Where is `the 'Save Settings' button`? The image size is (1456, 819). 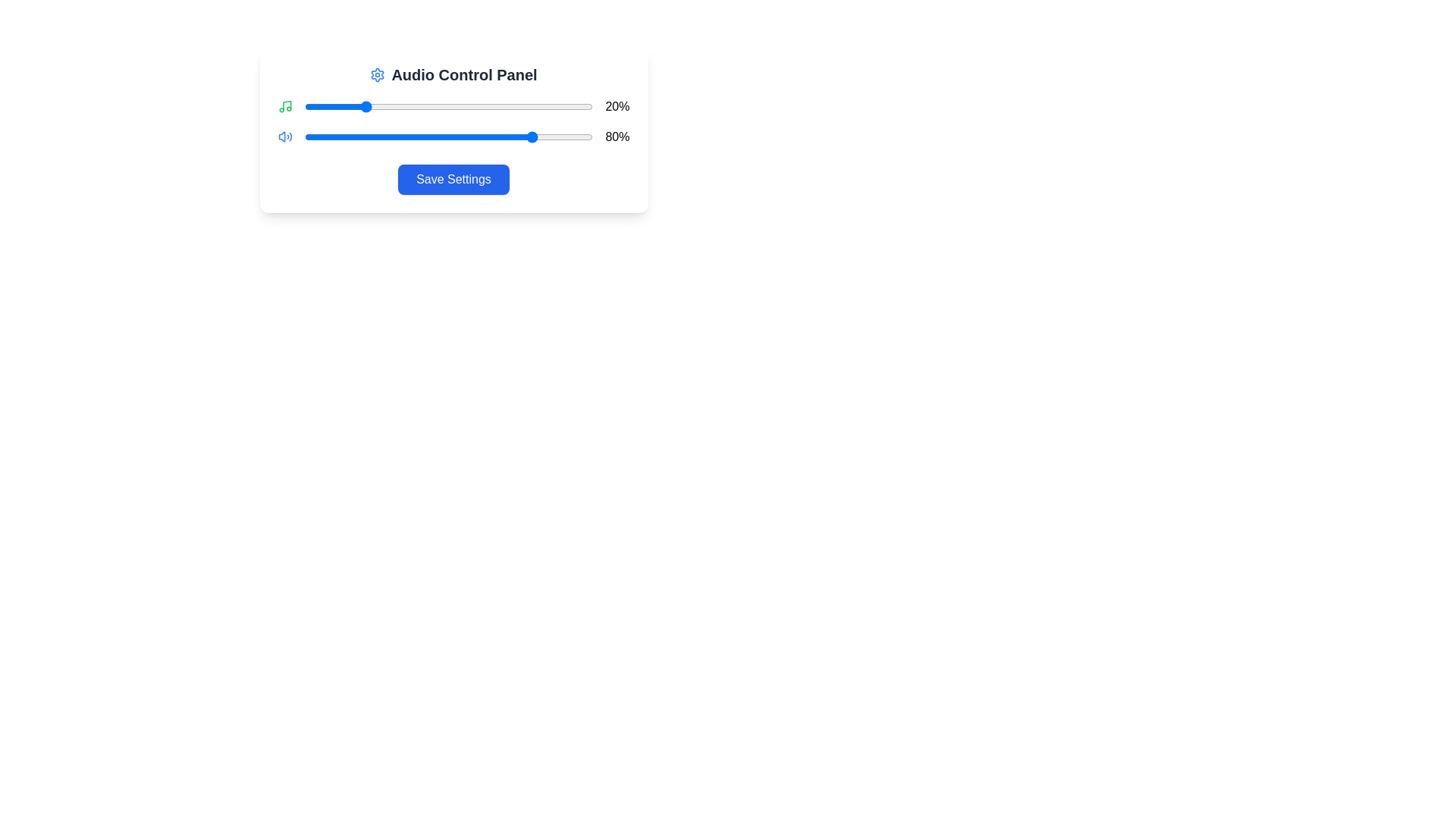 the 'Save Settings' button is located at coordinates (453, 178).